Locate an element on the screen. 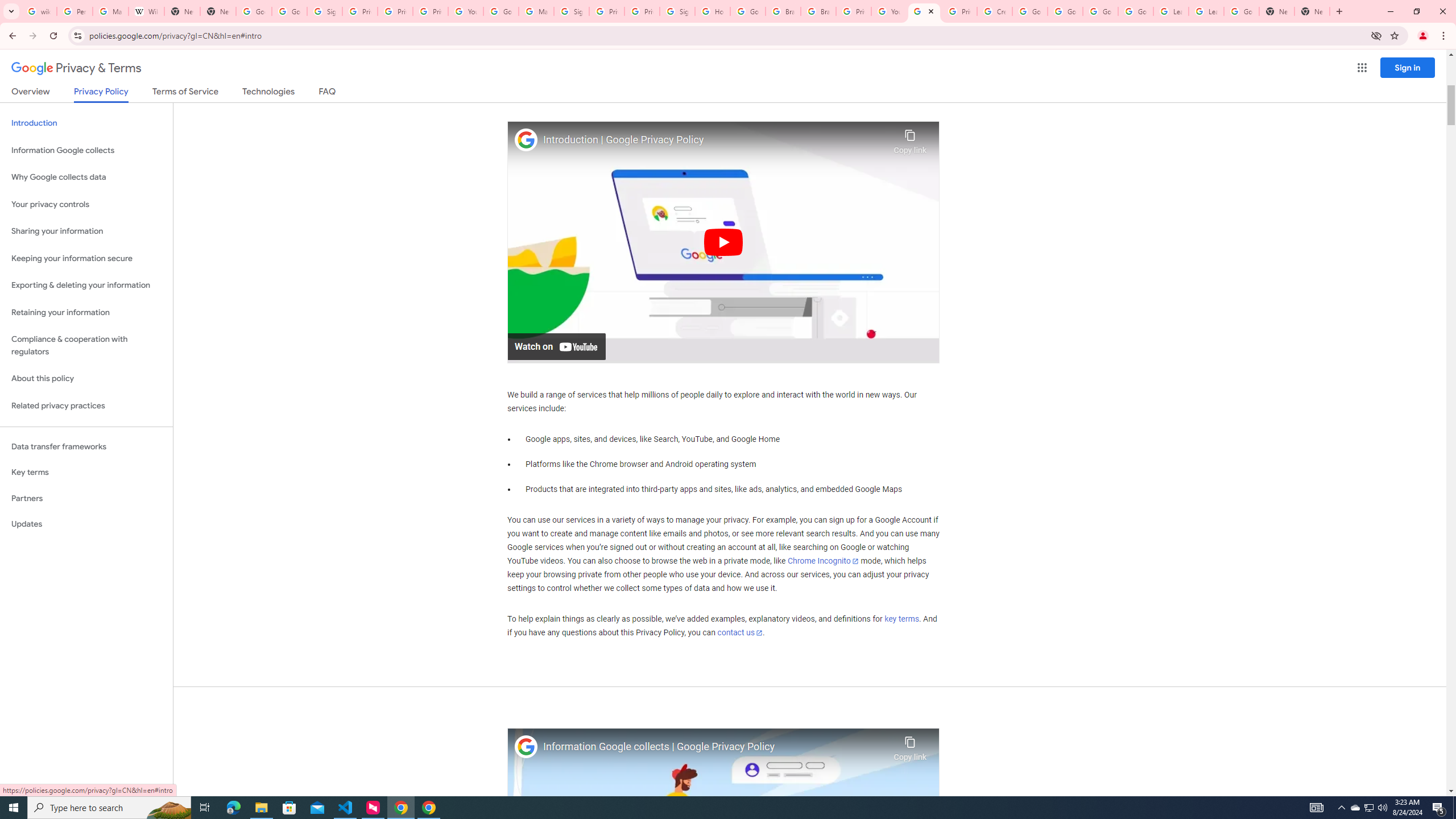 Image resolution: width=1456 pixels, height=819 pixels. 'Keeping your information secure' is located at coordinates (86, 259).